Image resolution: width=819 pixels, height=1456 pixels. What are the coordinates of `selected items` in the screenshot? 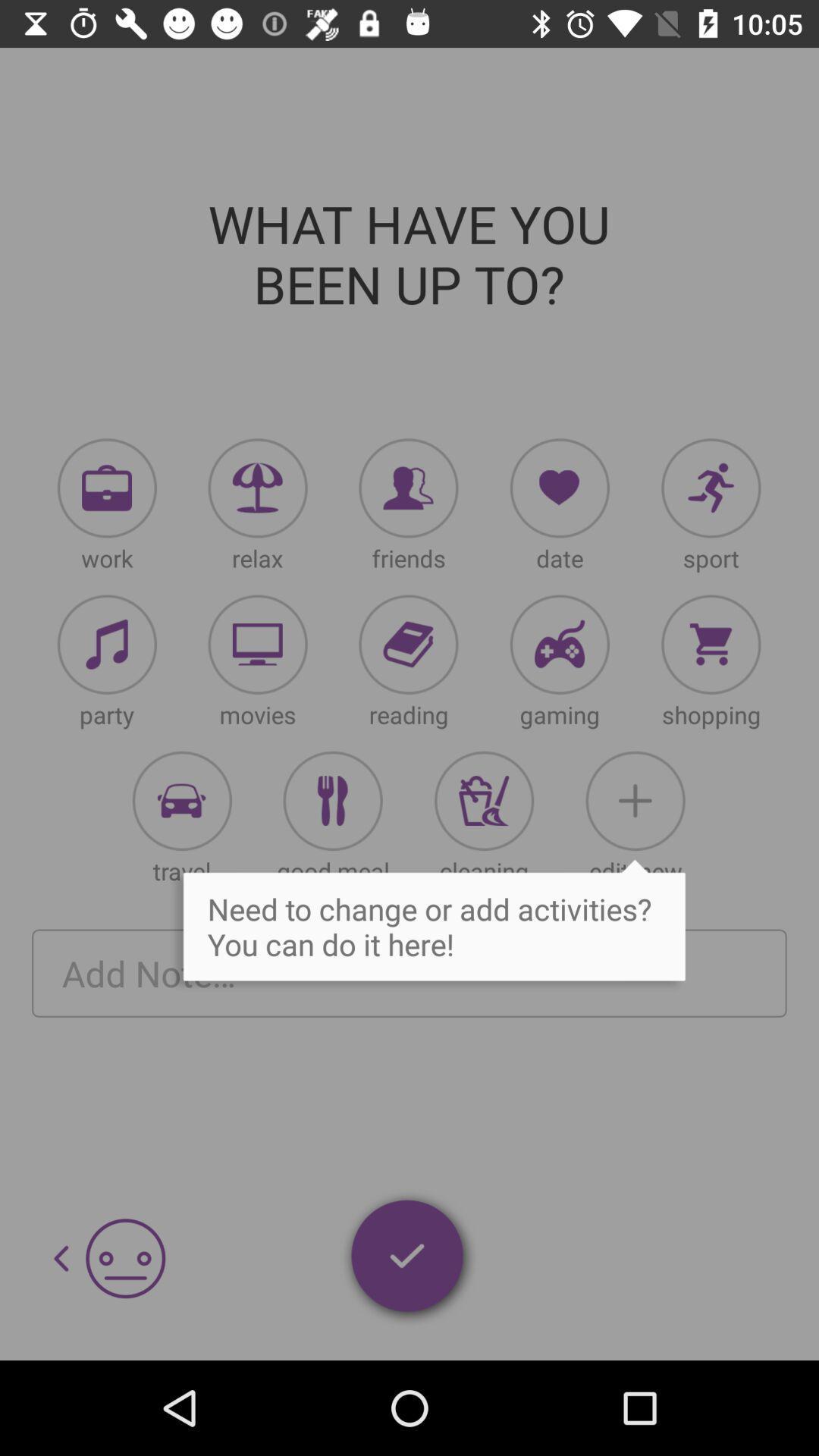 It's located at (408, 1259).